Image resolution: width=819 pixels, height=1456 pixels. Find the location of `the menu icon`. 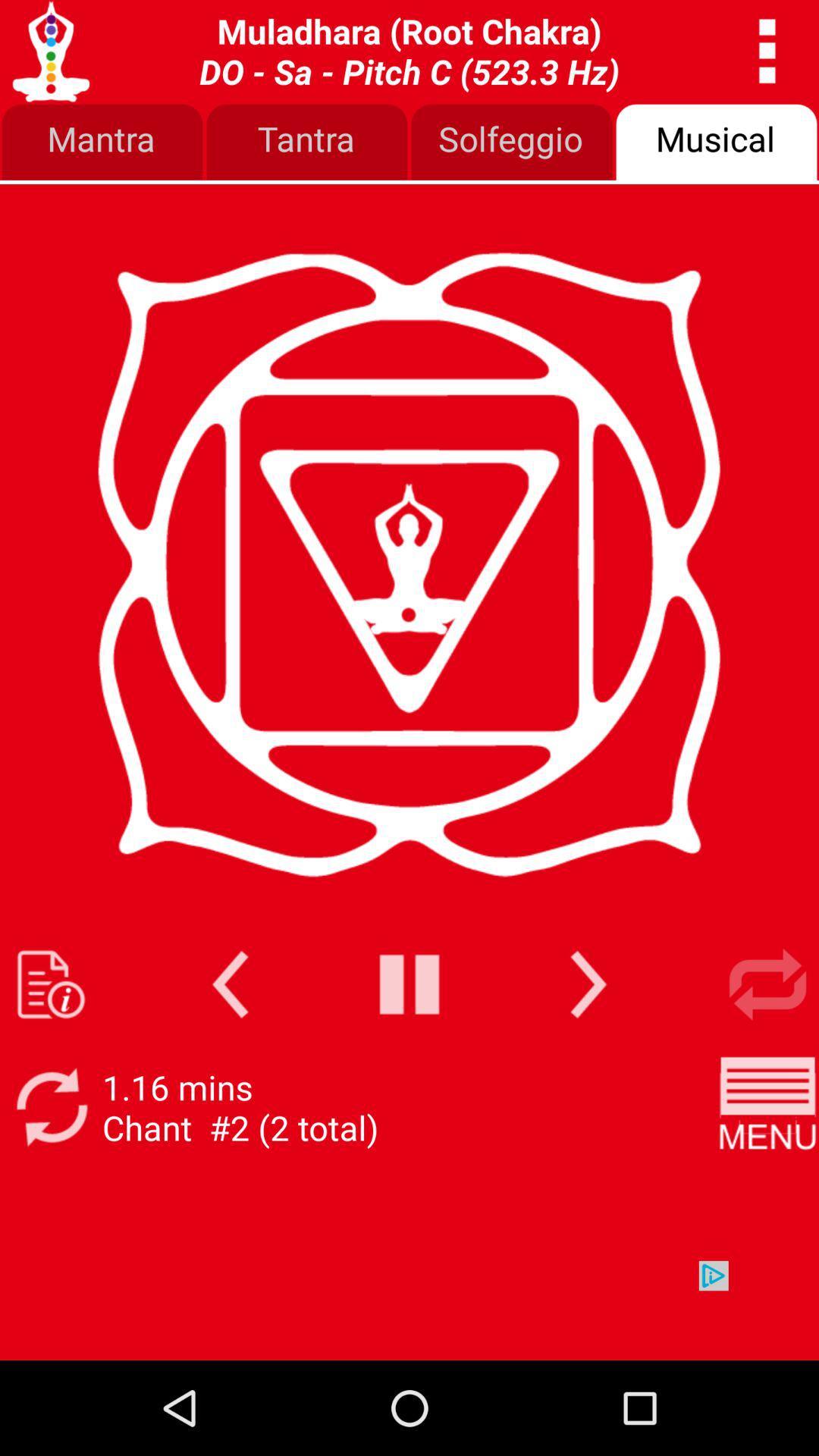

the menu icon is located at coordinates (767, 1184).